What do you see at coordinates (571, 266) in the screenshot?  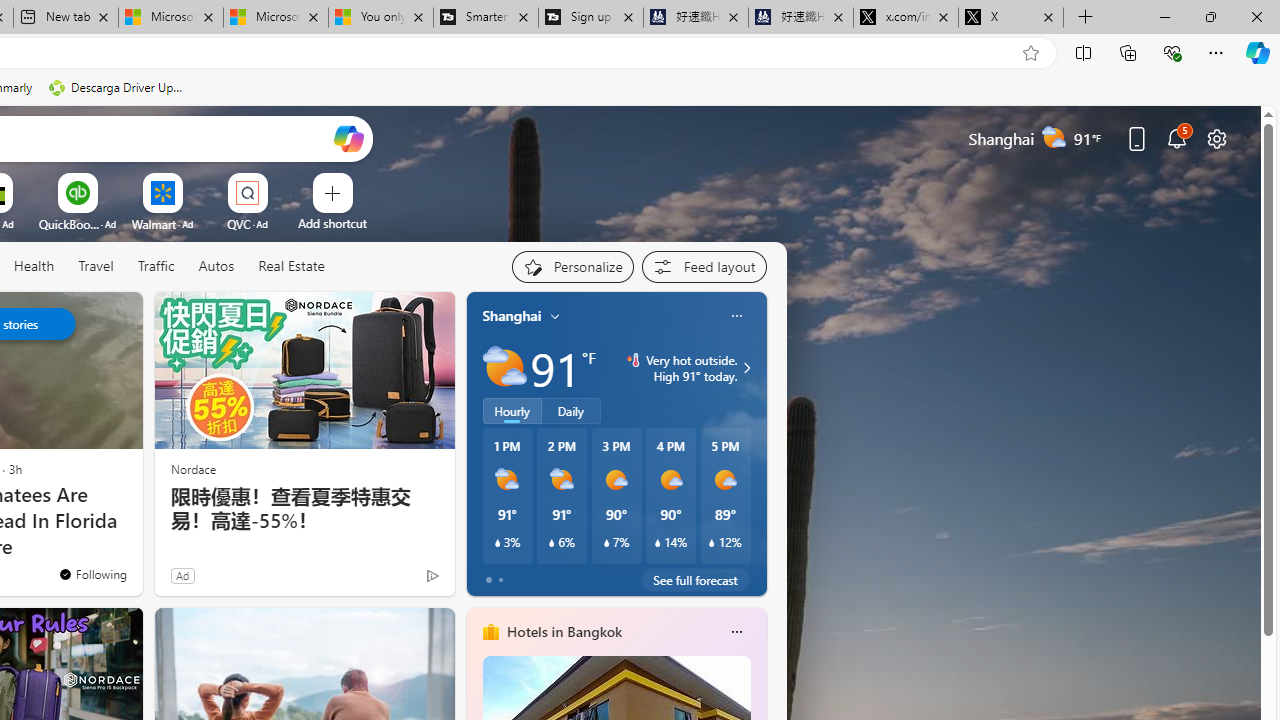 I see `'Personalize your feed"'` at bounding box center [571, 266].